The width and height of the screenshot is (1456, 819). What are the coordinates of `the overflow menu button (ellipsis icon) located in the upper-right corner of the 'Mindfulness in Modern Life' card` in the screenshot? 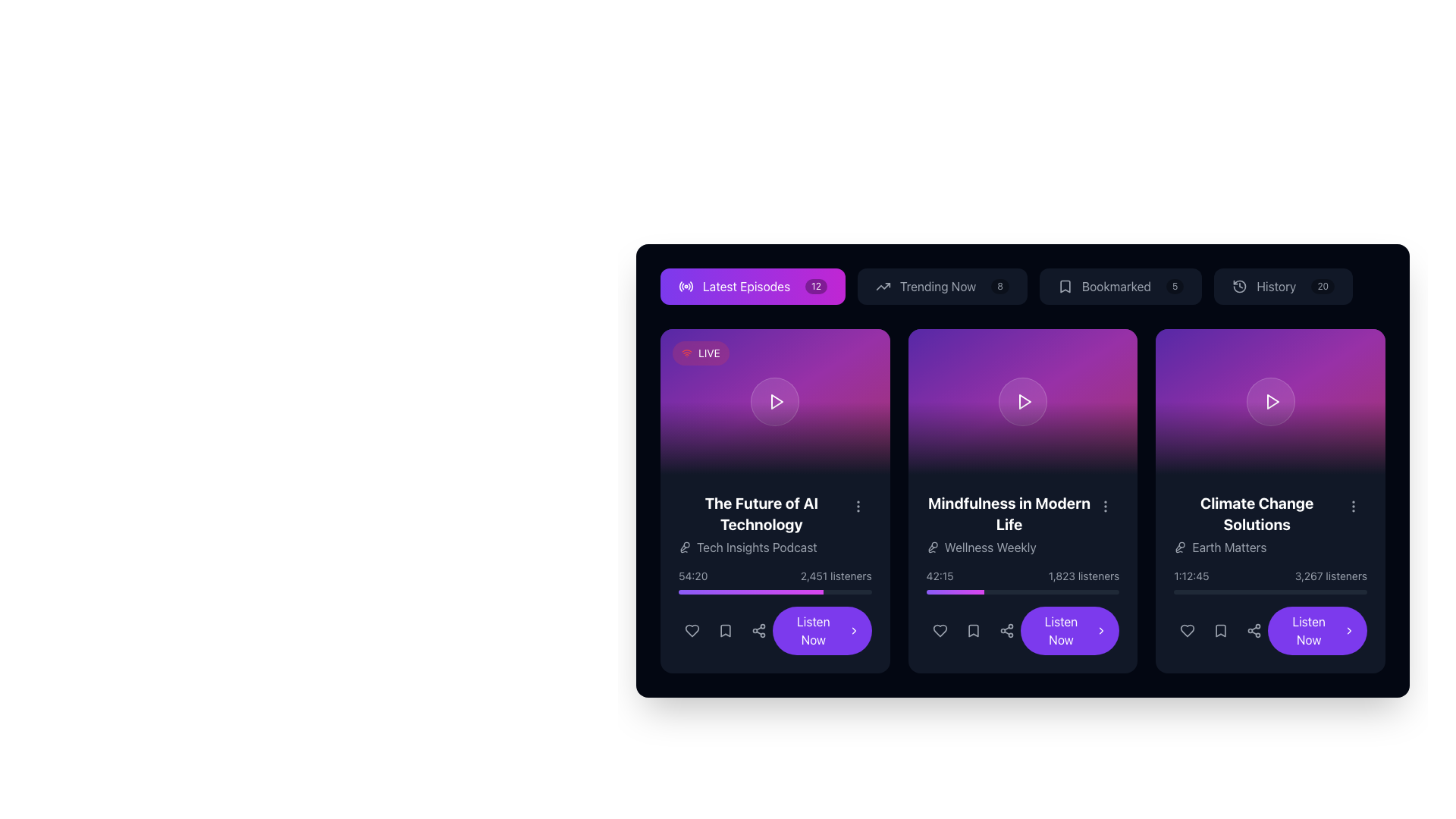 It's located at (1106, 506).